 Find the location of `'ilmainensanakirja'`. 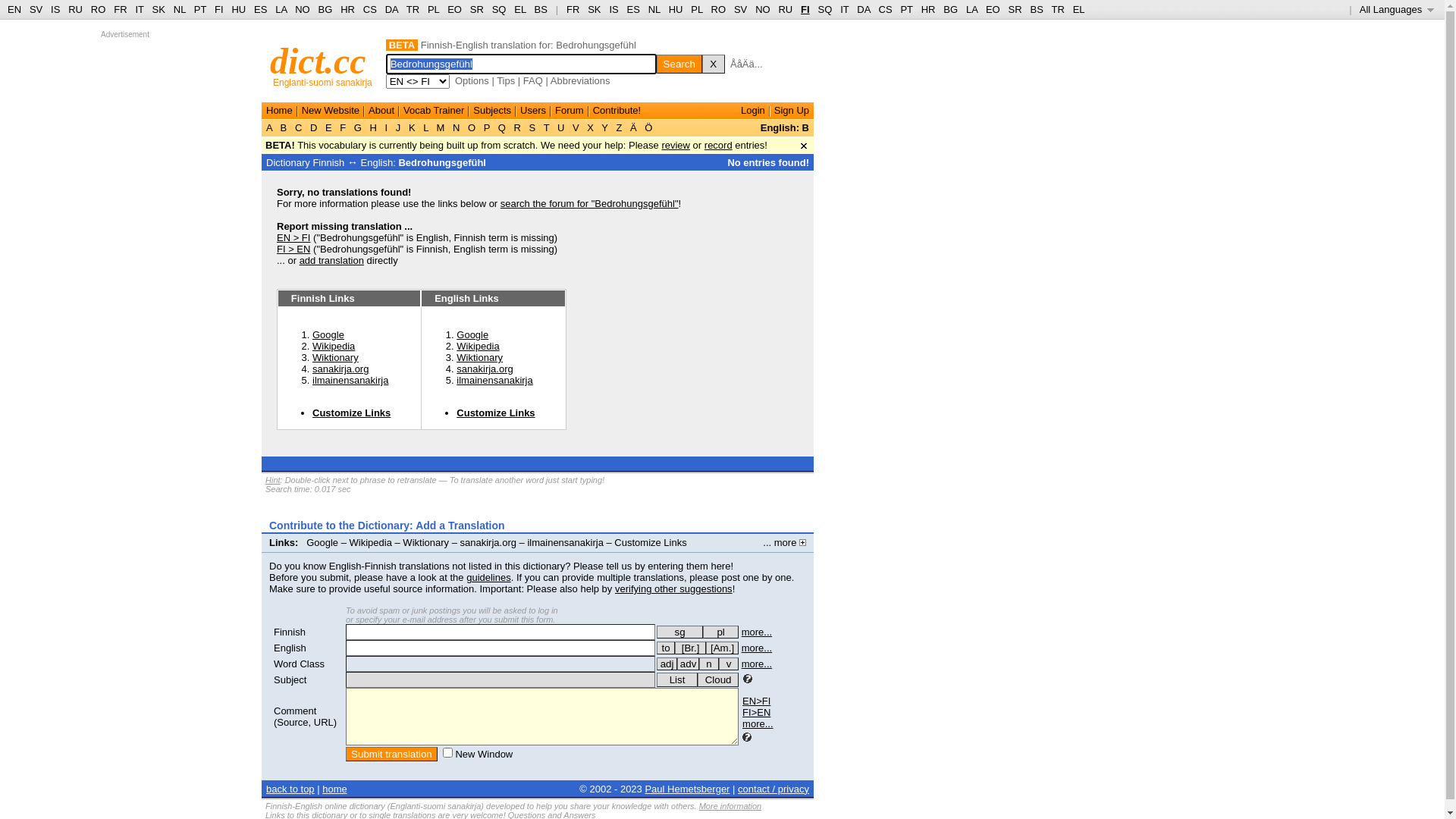

'ilmainensanakirja' is located at coordinates (349, 379).